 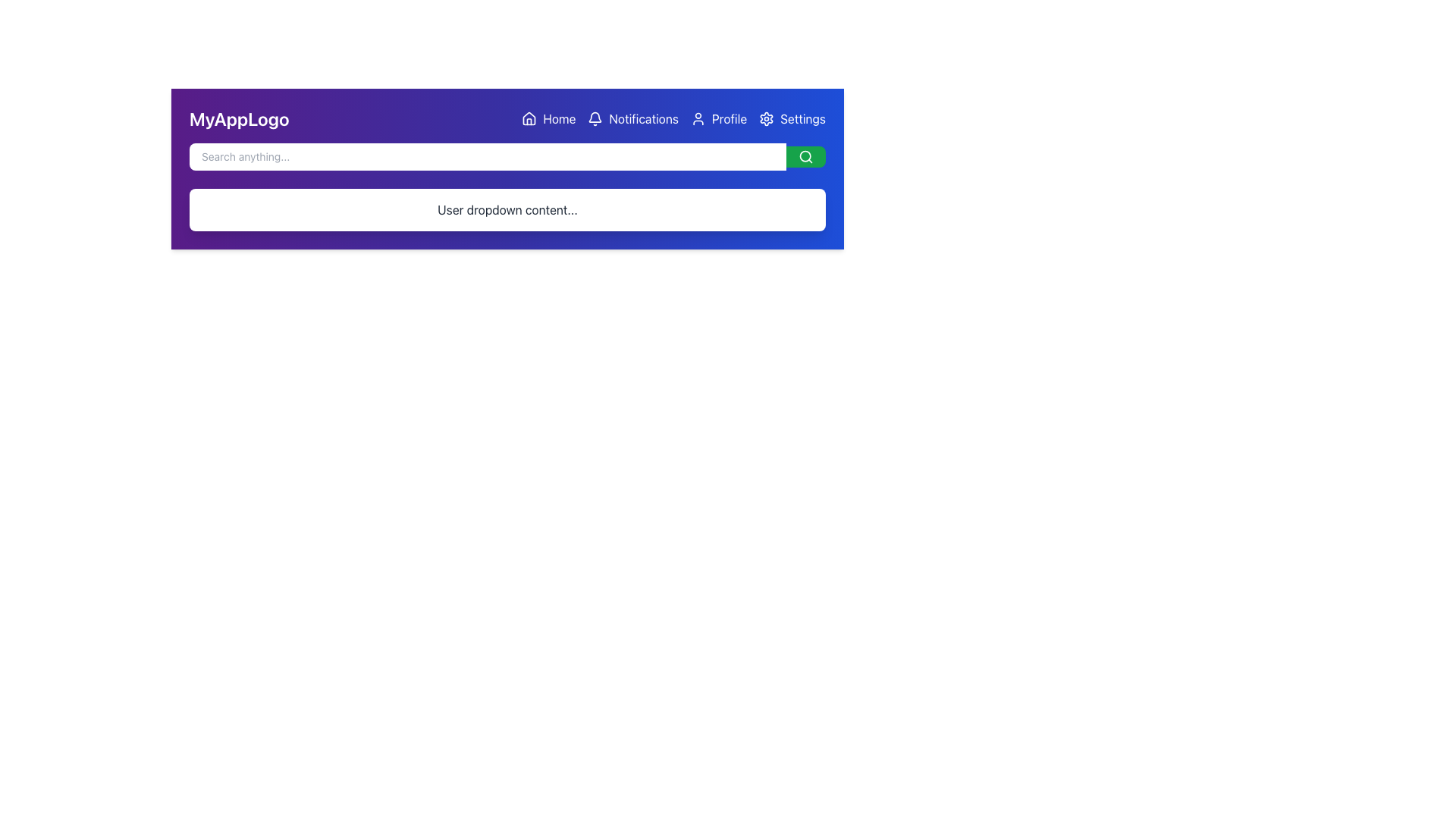 What do you see at coordinates (529, 118) in the screenshot?
I see `the 'Home' icon located at the far left of the 'Home' text in the navigation bar` at bounding box center [529, 118].